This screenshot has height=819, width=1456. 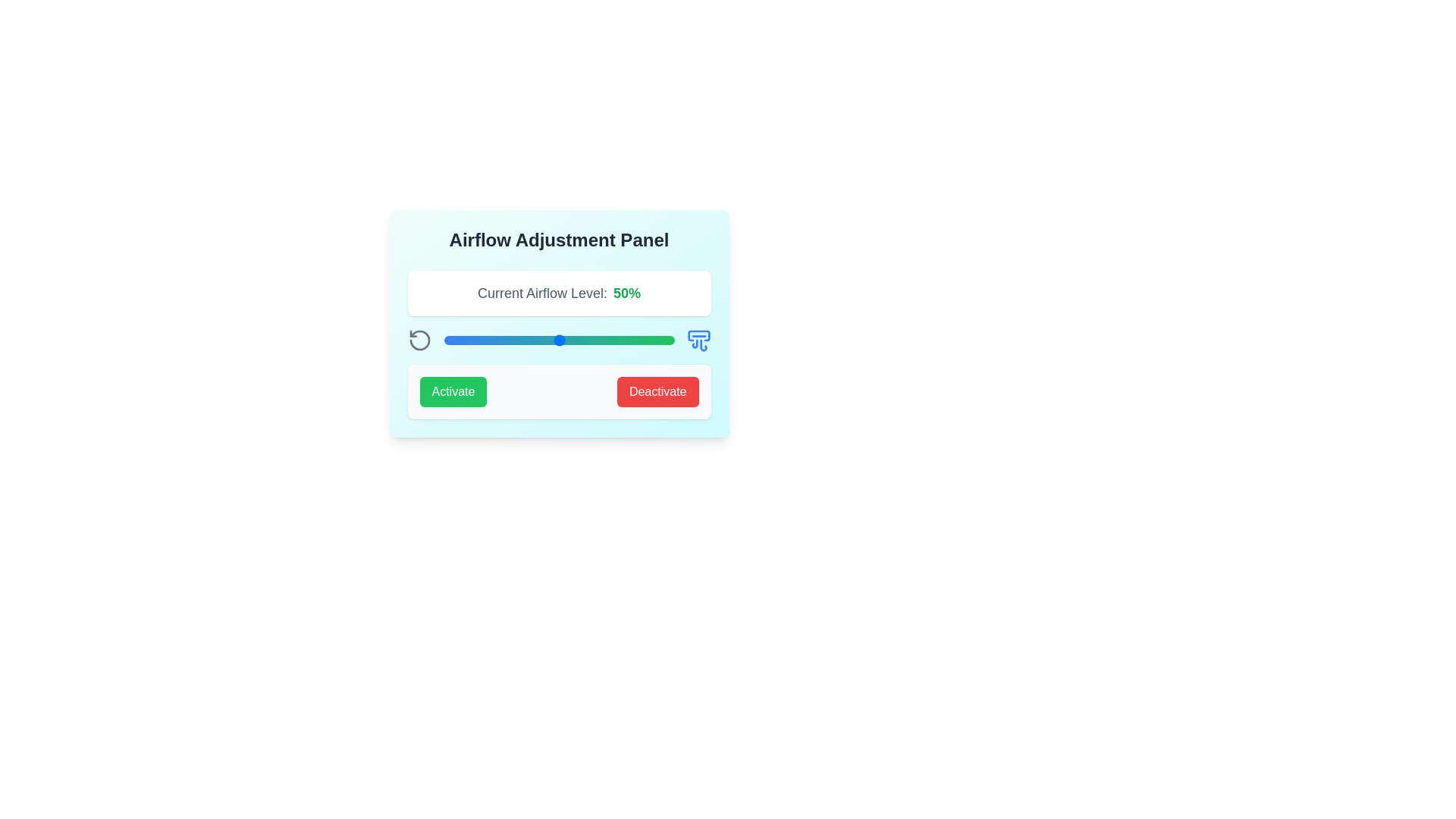 What do you see at coordinates (657, 391) in the screenshot?
I see `'Deactivate' button to disable airflow` at bounding box center [657, 391].